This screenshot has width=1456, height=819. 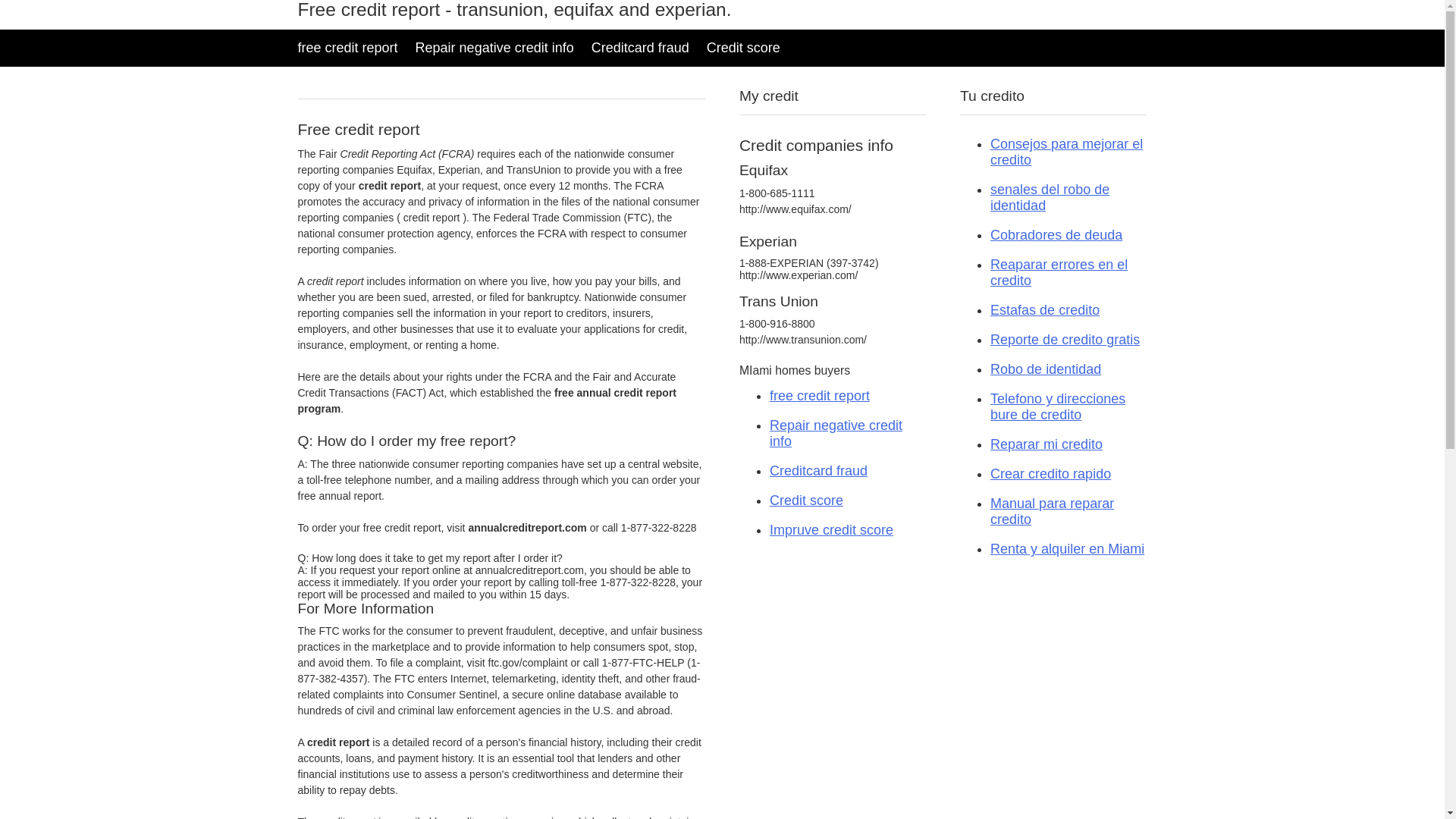 What do you see at coordinates (769, 500) in the screenshot?
I see `'Credit score'` at bounding box center [769, 500].